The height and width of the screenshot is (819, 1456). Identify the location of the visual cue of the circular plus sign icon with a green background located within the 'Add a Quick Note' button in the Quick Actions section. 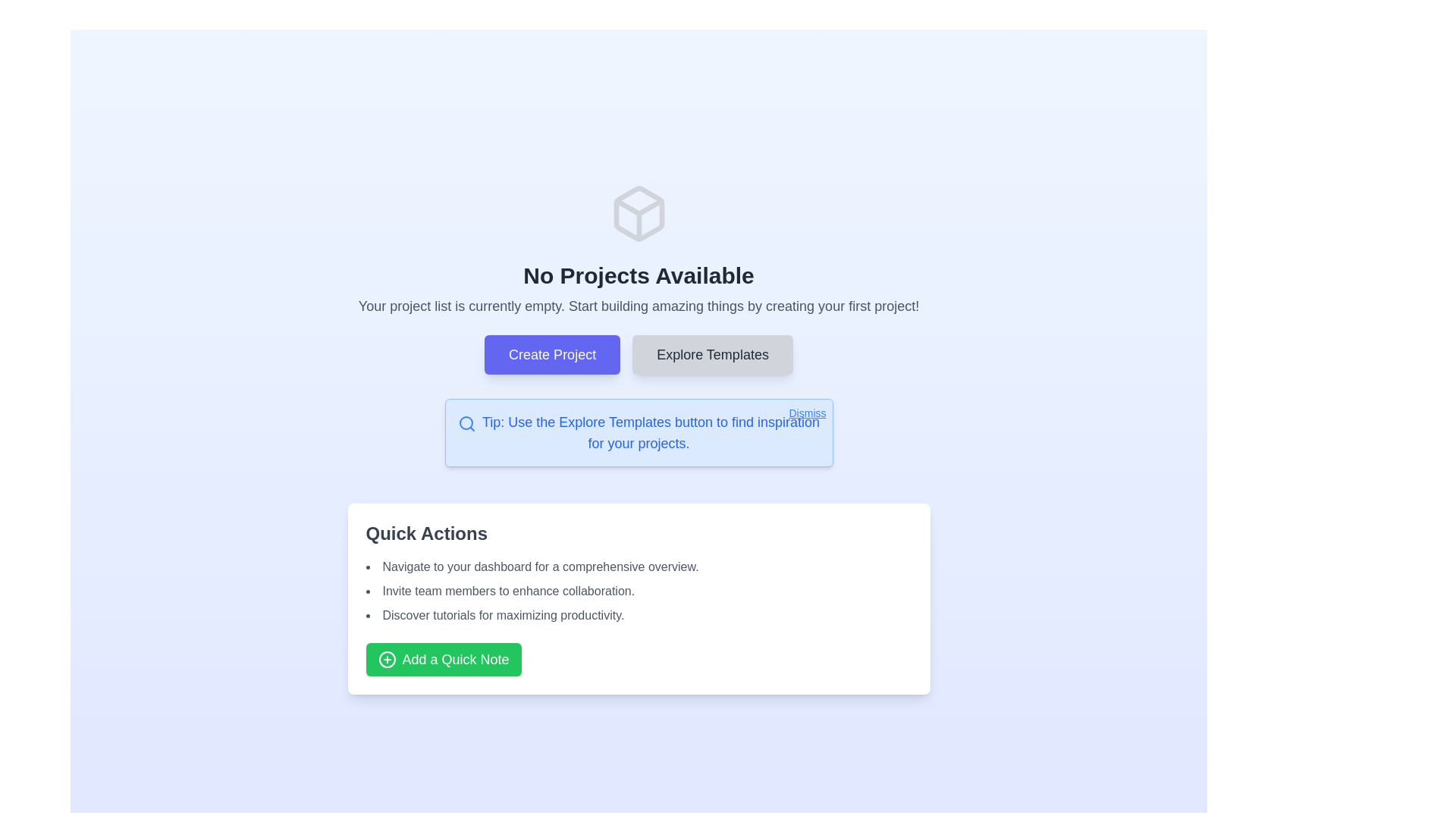
(387, 659).